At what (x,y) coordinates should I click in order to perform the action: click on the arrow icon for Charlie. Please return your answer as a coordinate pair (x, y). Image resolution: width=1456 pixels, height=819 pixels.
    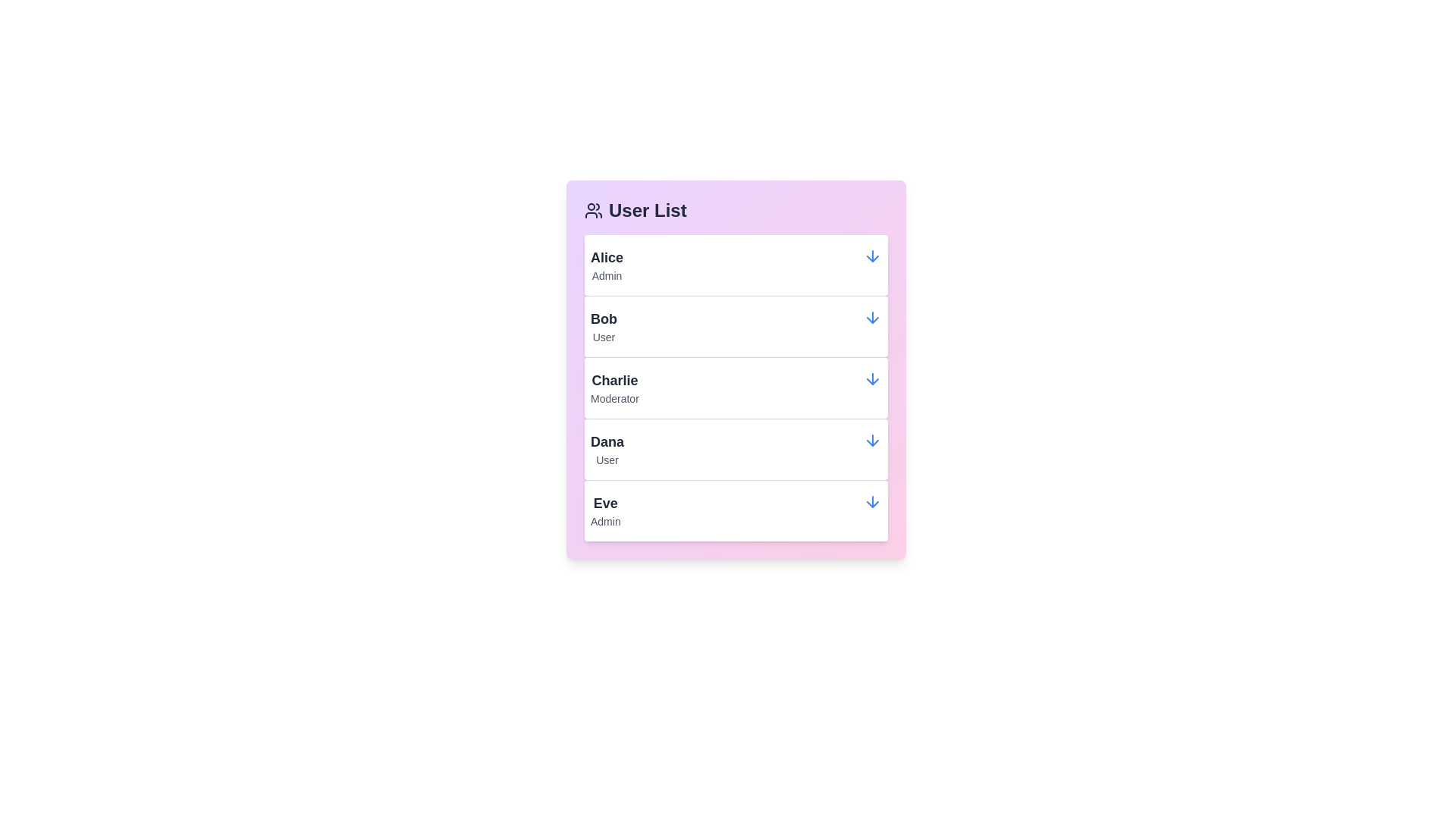
    Looking at the image, I should click on (873, 378).